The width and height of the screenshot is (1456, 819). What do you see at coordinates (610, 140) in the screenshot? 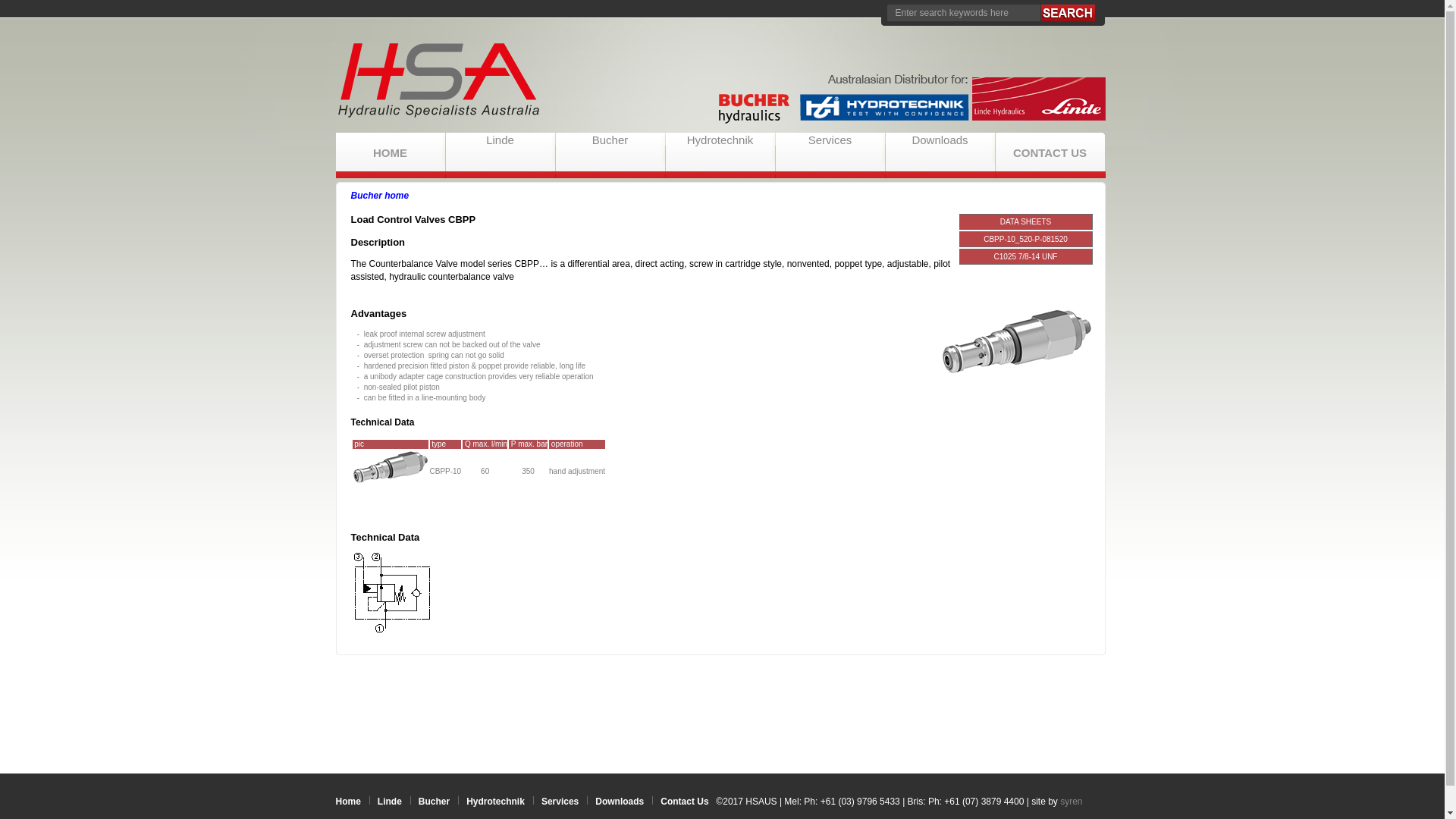
I see `'Bucher'` at bounding box center [610, 140].